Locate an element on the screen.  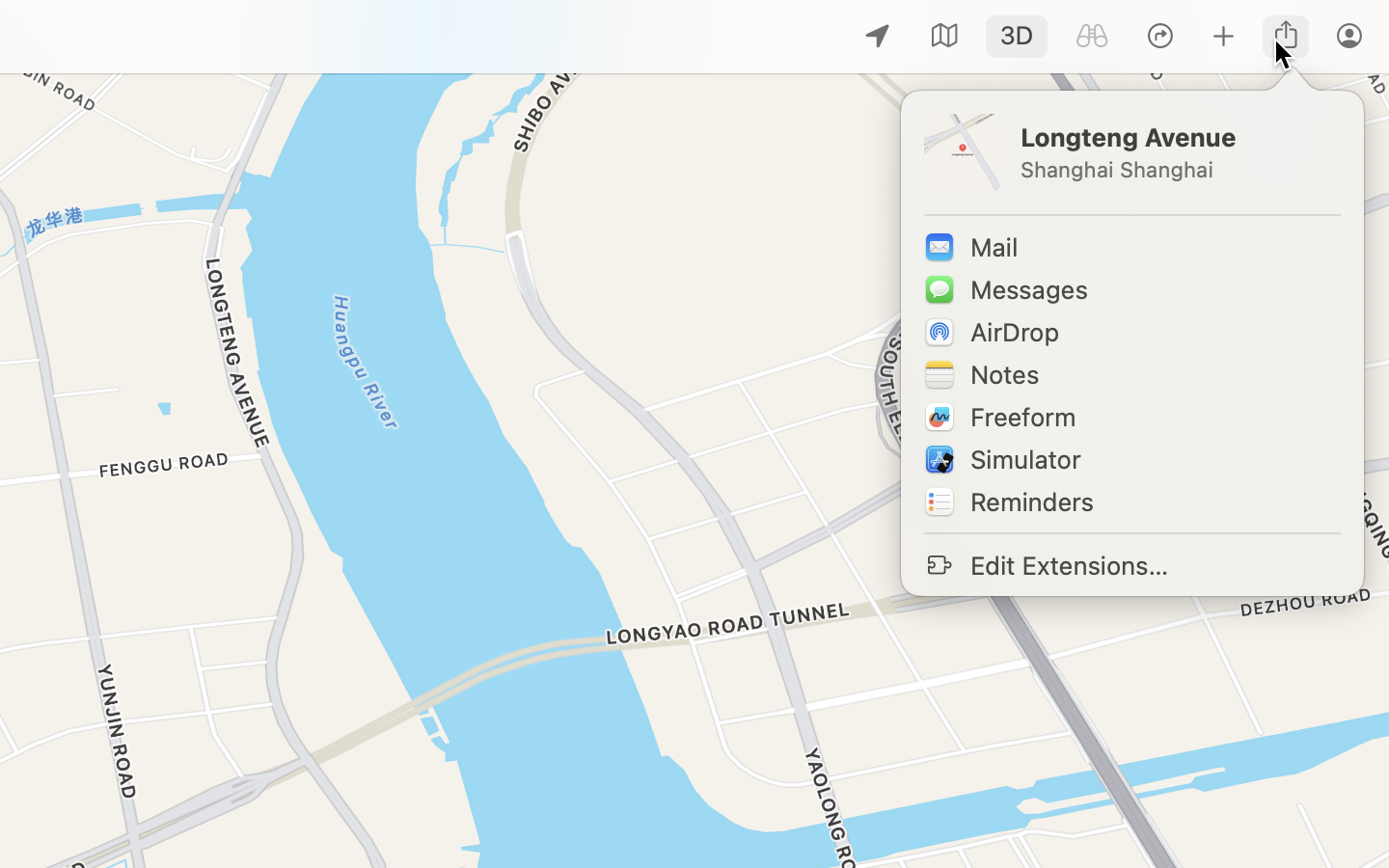
'Longteng Avenue' is located at coordinates (1177, 137).